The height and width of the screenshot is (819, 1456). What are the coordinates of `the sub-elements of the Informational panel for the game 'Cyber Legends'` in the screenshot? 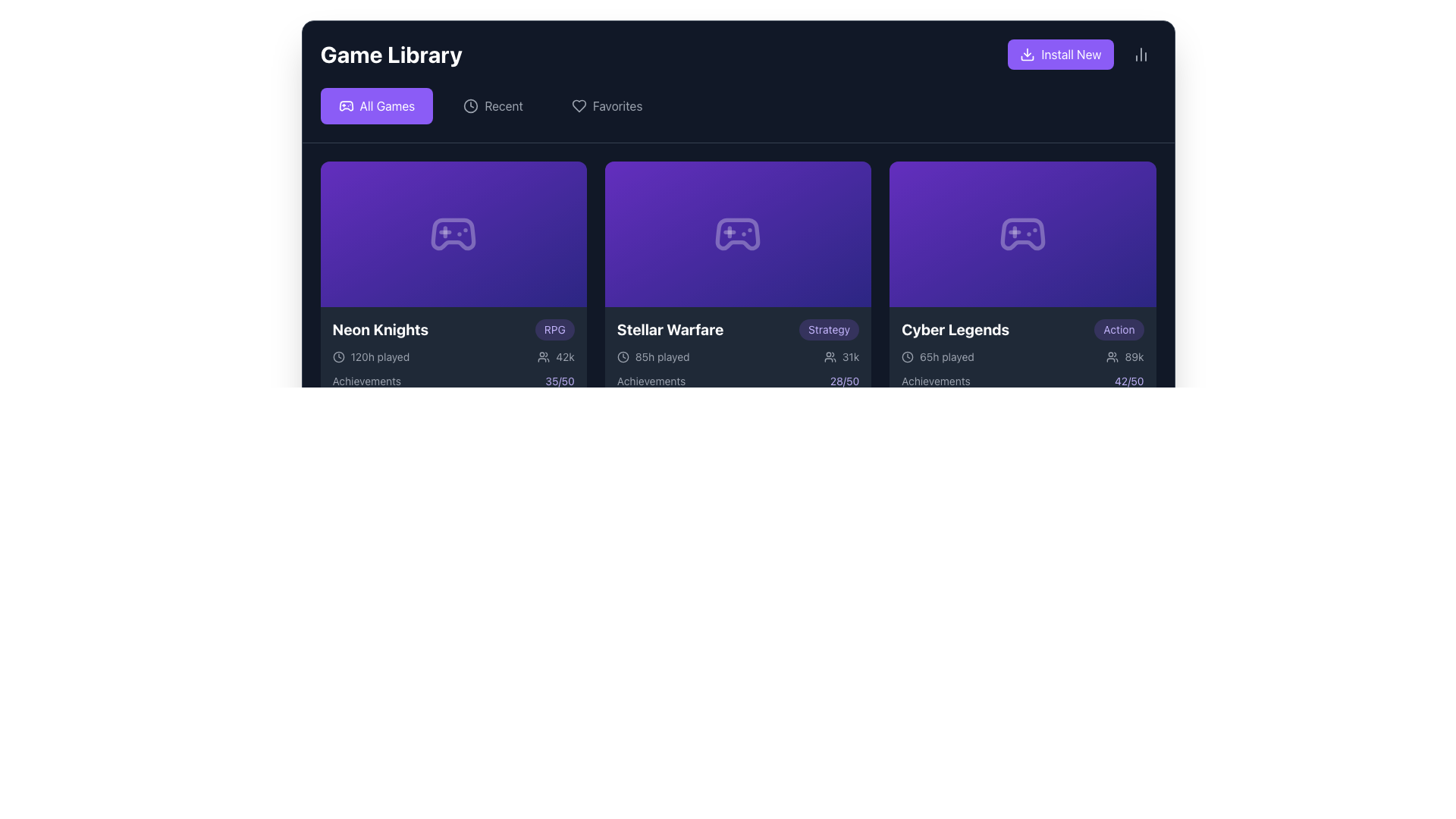 It's located at (1022, 375).